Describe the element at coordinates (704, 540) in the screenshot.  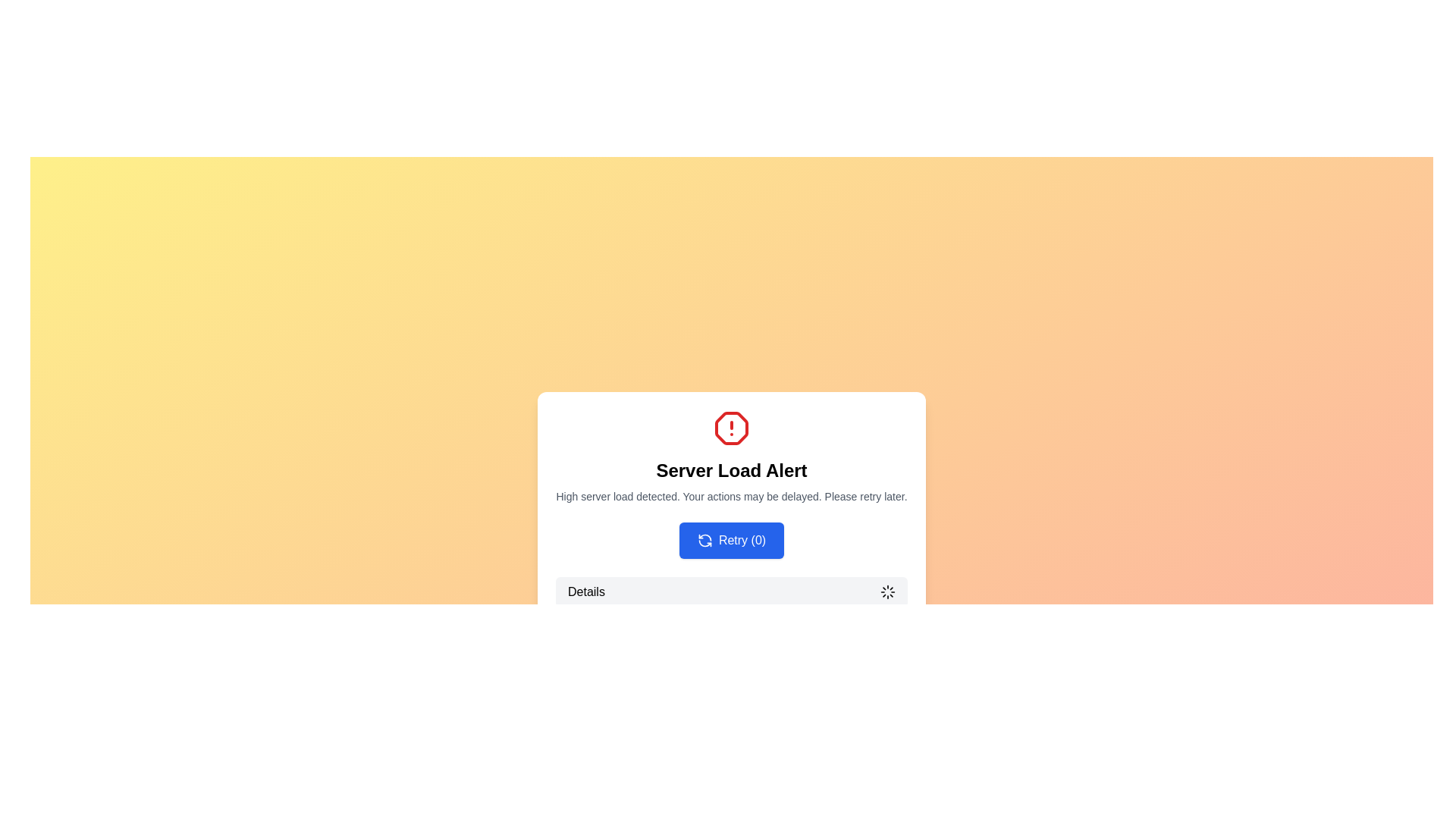
I see `the retry icon that visually represents the retry action, located in the center area of the alert dialog box, preceding the 'Retry (0)' button text` at that location.